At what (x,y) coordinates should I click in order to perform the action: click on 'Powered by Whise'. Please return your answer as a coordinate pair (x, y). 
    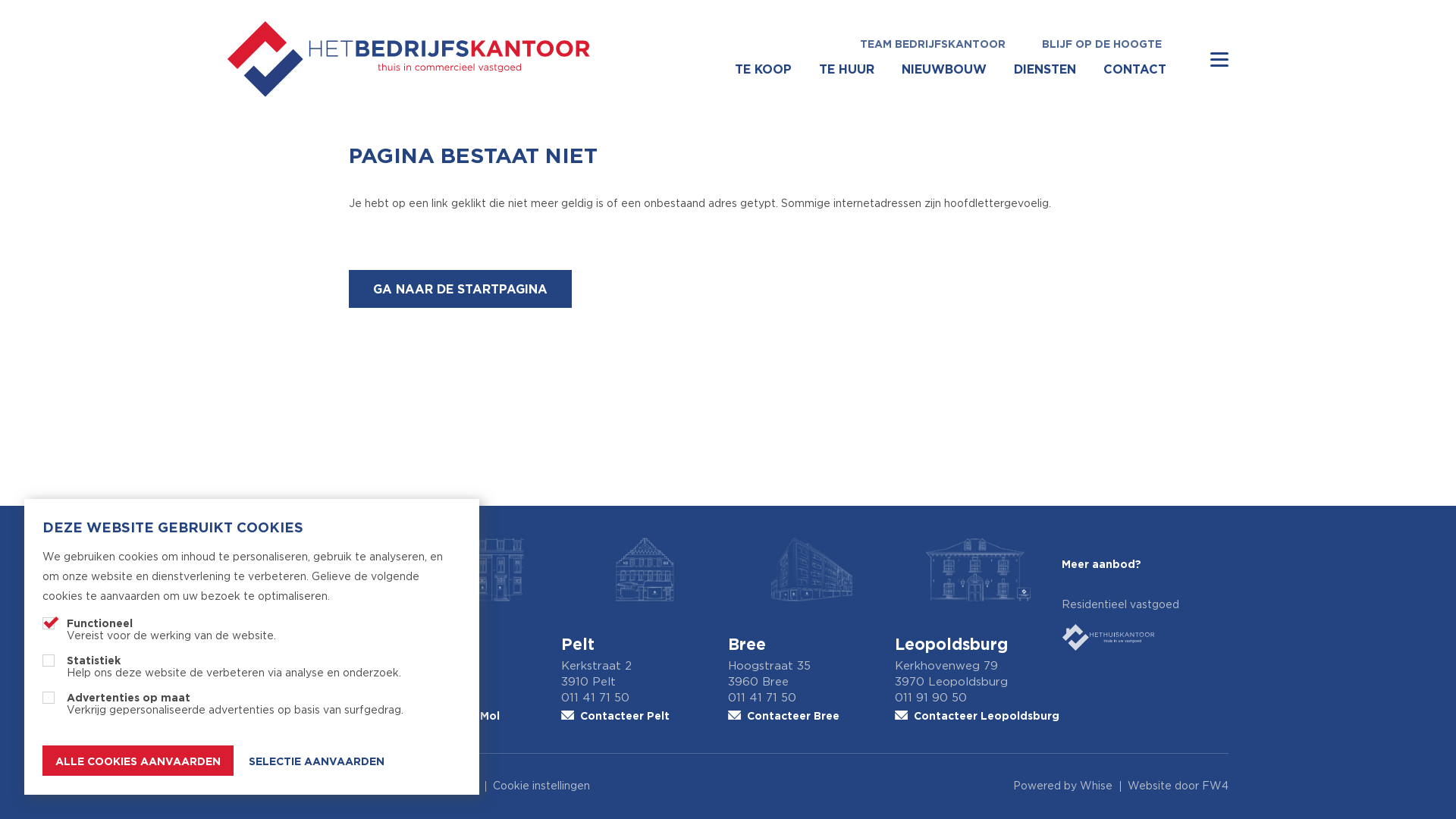
    Looking at the image, I should click on (1062, 786).